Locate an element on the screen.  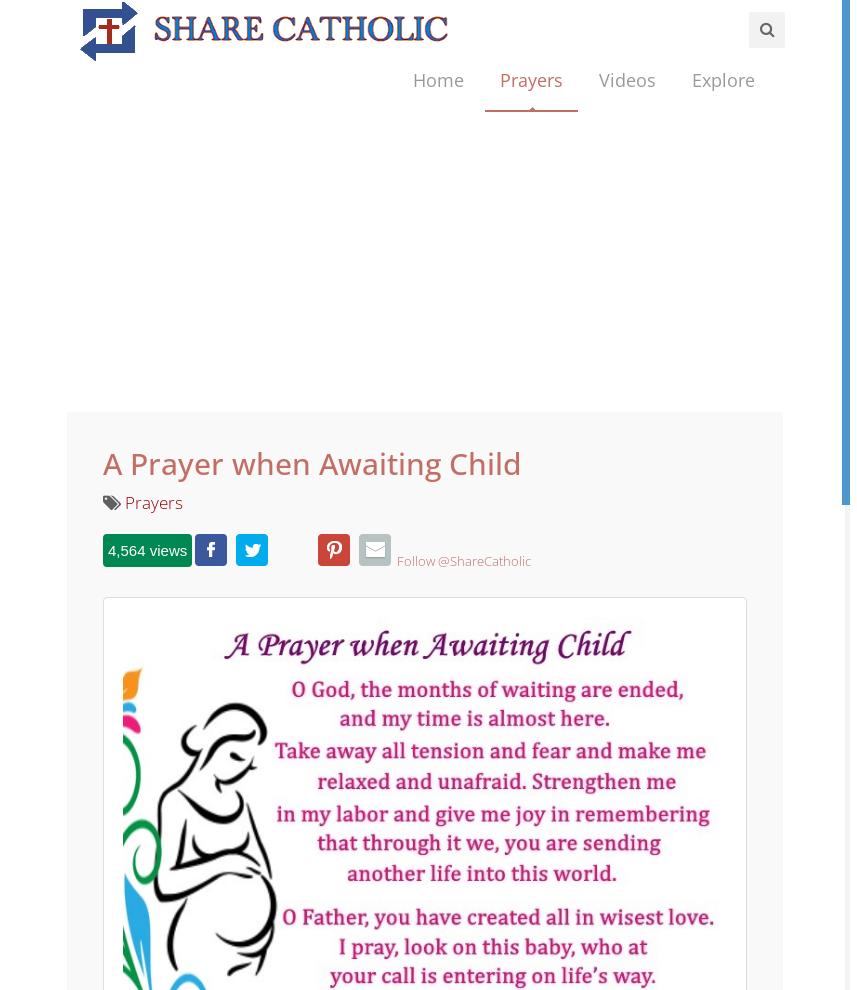
'Inspirational' is located at coordinates (691, 274).